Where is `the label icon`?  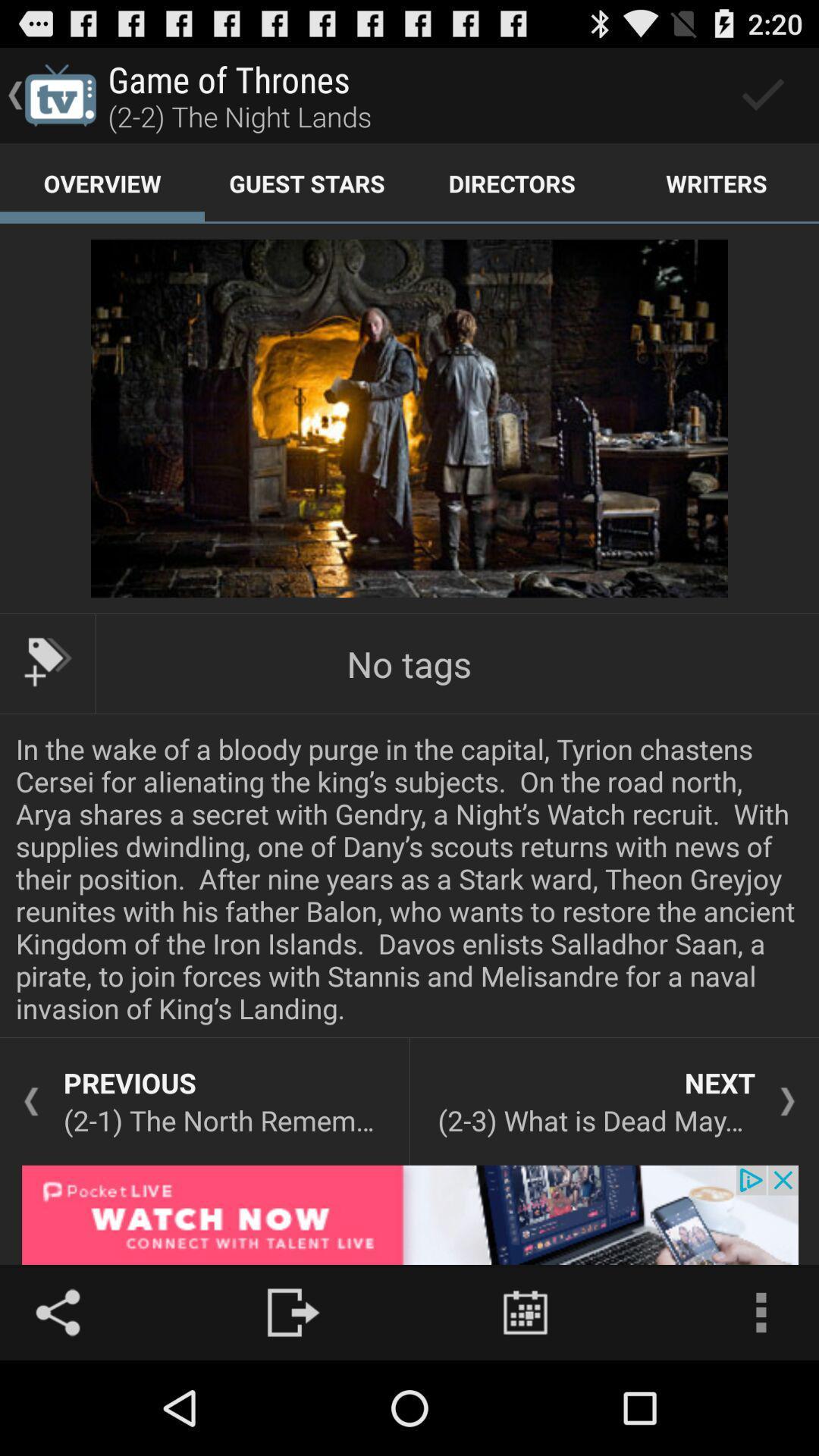
the label icon is located at coordinates (46, 708).